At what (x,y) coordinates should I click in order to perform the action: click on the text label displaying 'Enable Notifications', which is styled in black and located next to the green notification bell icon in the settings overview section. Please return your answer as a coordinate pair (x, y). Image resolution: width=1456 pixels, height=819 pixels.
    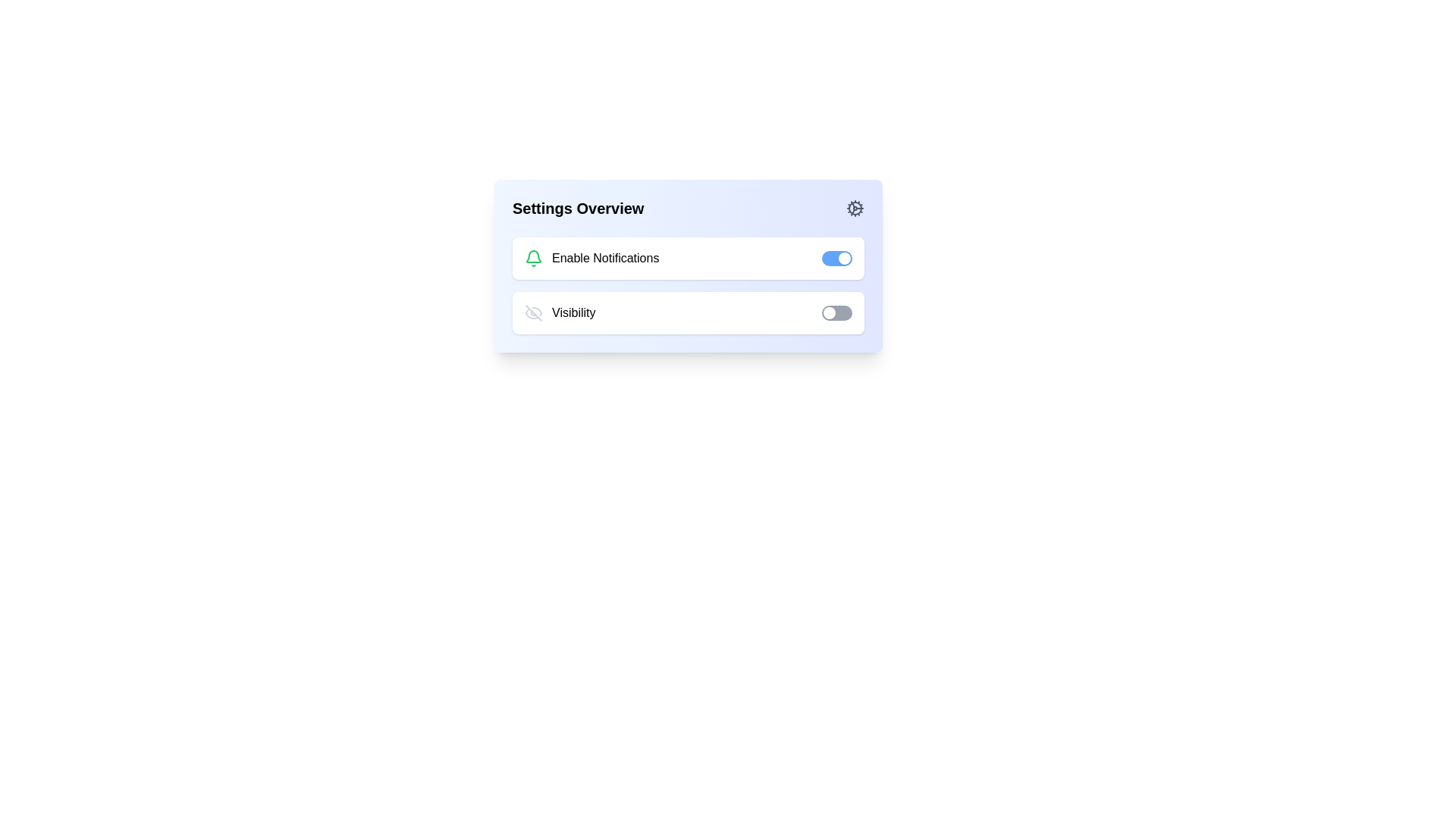
    Looking at the image, I should click on (604, 257).